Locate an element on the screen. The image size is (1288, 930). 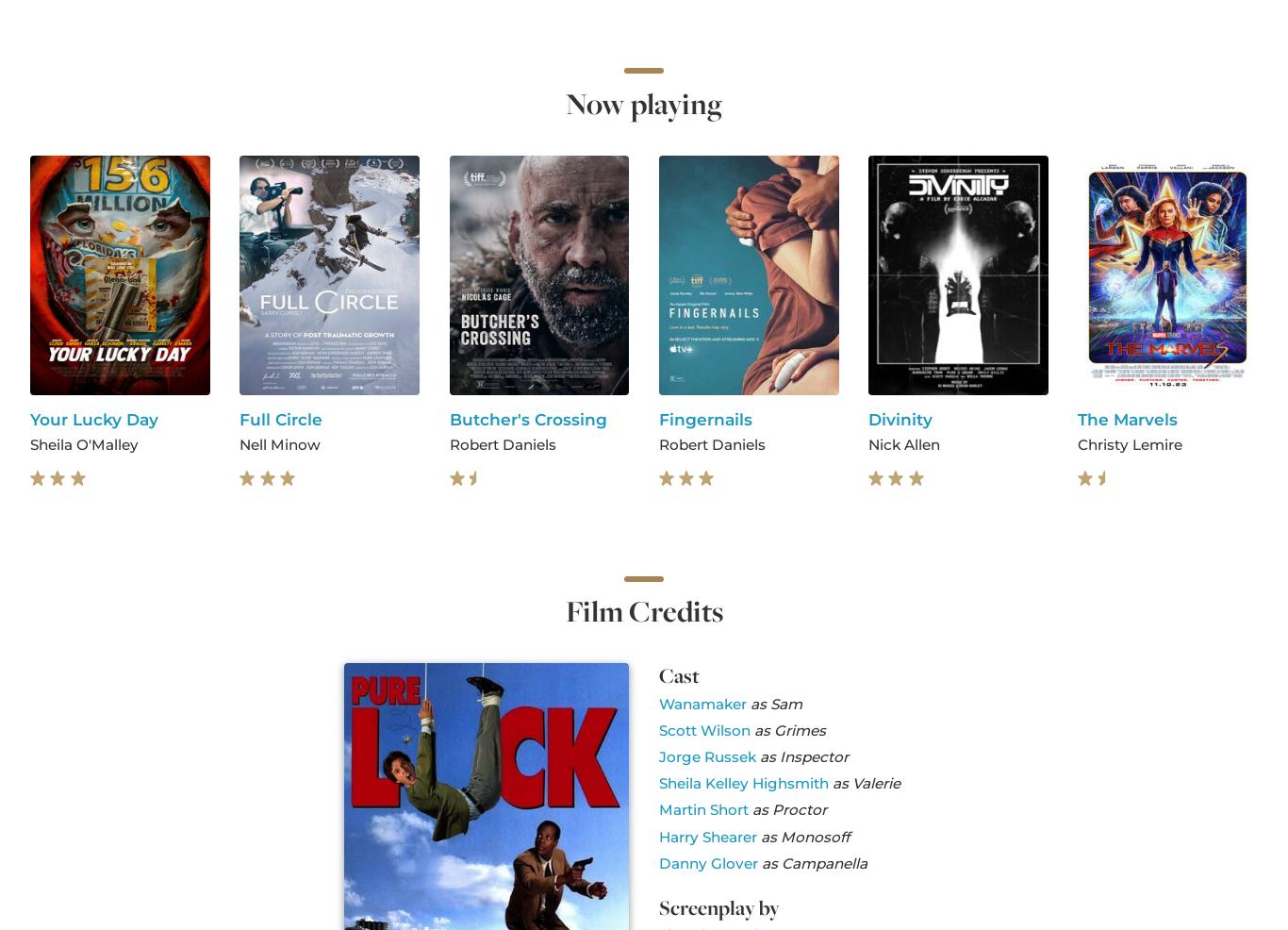
'Full Circle' is located at coordinates (281, 419).